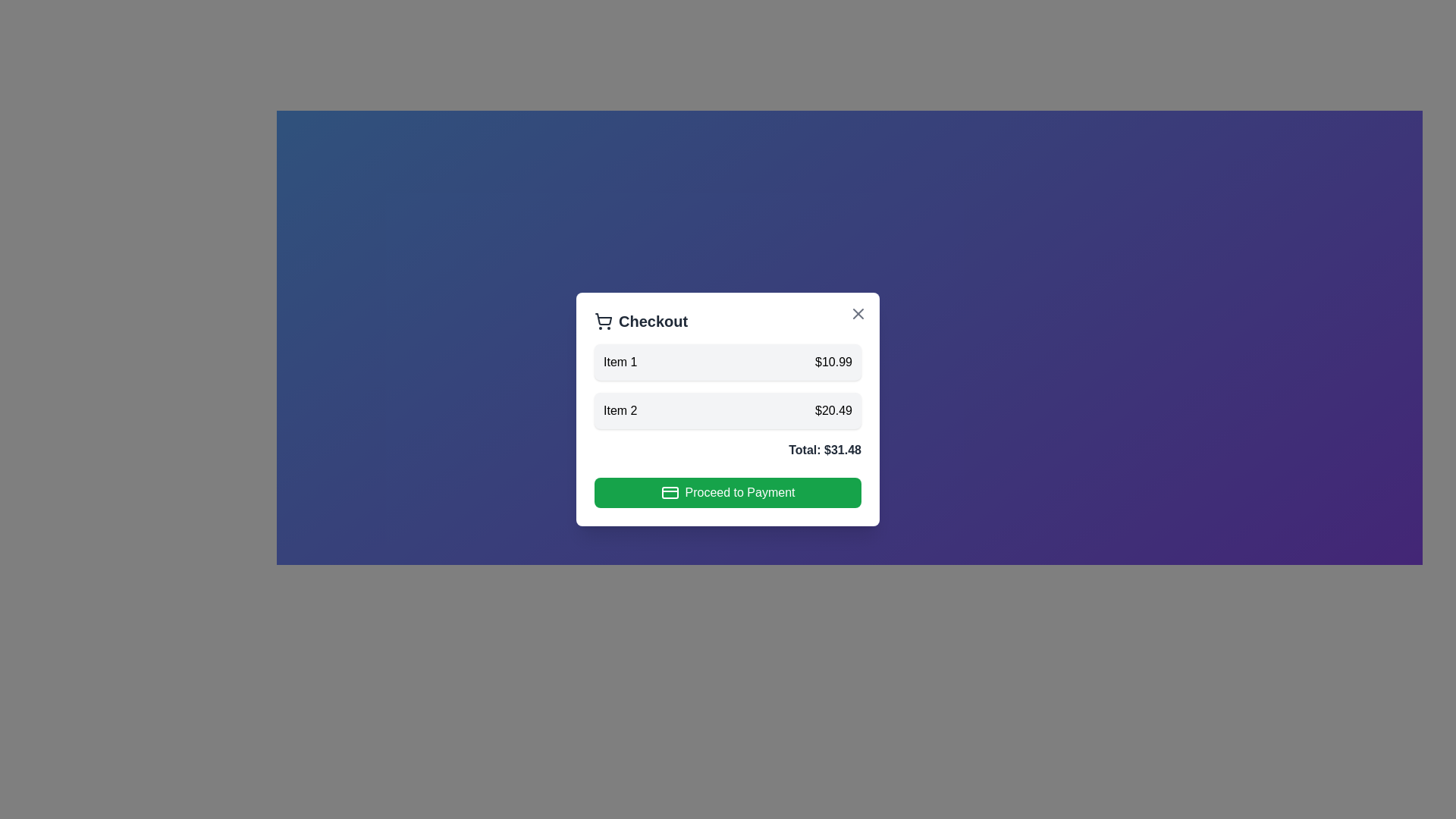 The image size is (1456, 819). What do you see at coordinates (833, 411) in the screenshot?
I see `the label displaying the price '$20.49', styled in black font on a white background, located on the second row of the checkout item list, directly to the right of 'Item 2'` at bounding box center [833, 411].